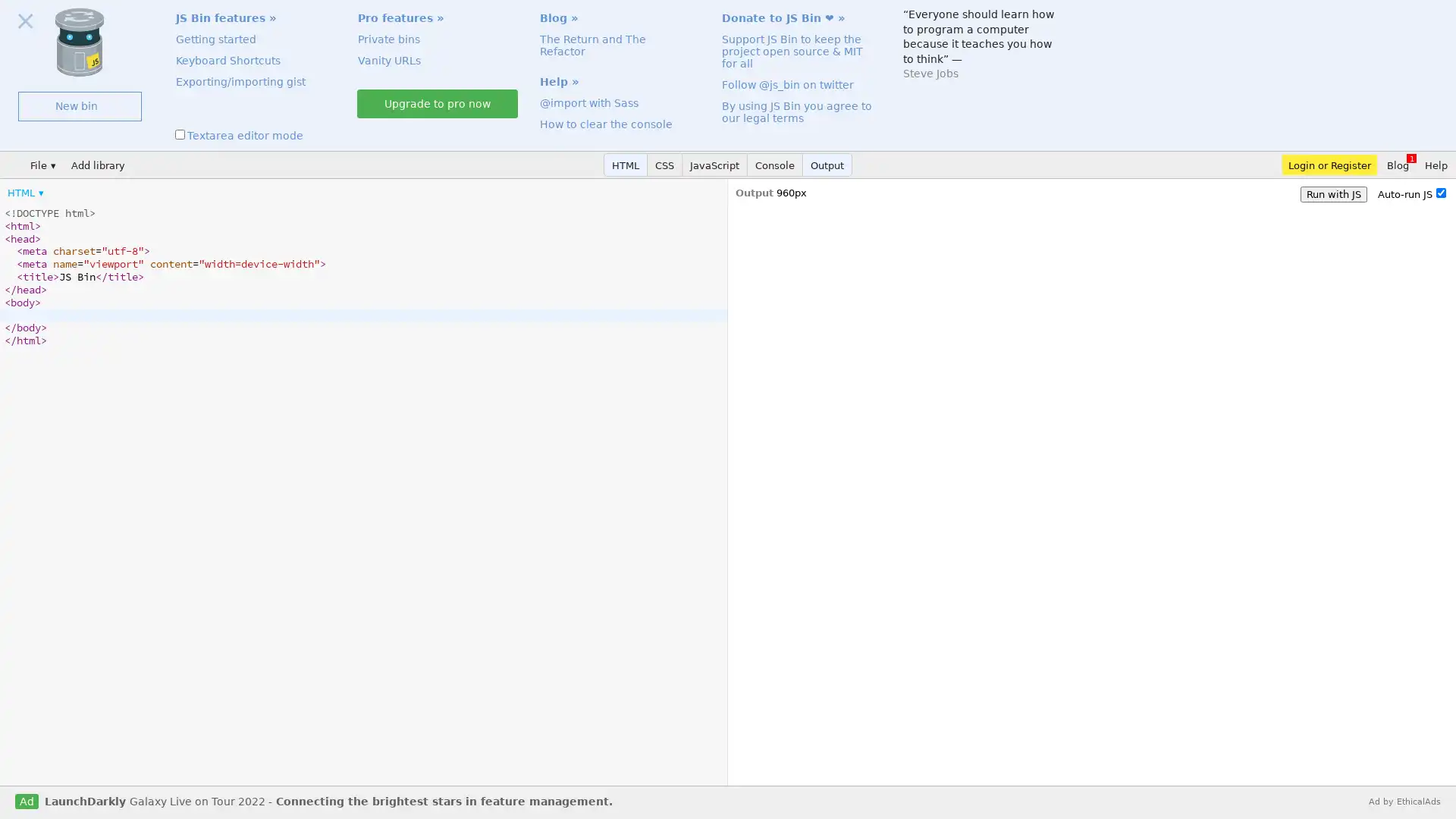 The height and width of the screenshot is (819, 1456). I want to click on CSS Panel: Inactive, so click(665, 165).